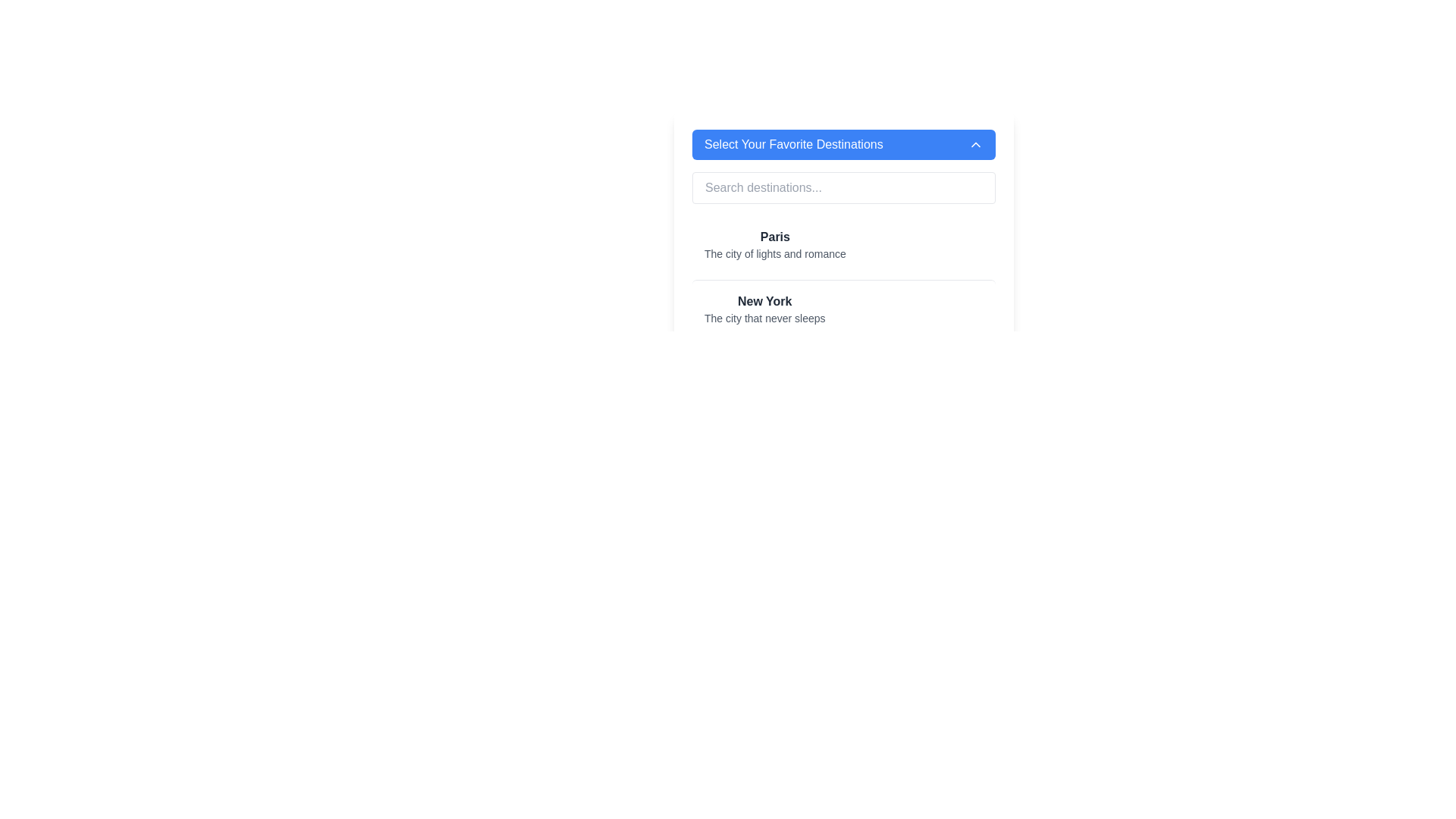  Describe the element at coordinates (764, 309) in the screenshot. I see `the Text block element that provides details about the destination 'New York', located as the second list item under the 'Select Your Favorite Destinations' header` at that location.